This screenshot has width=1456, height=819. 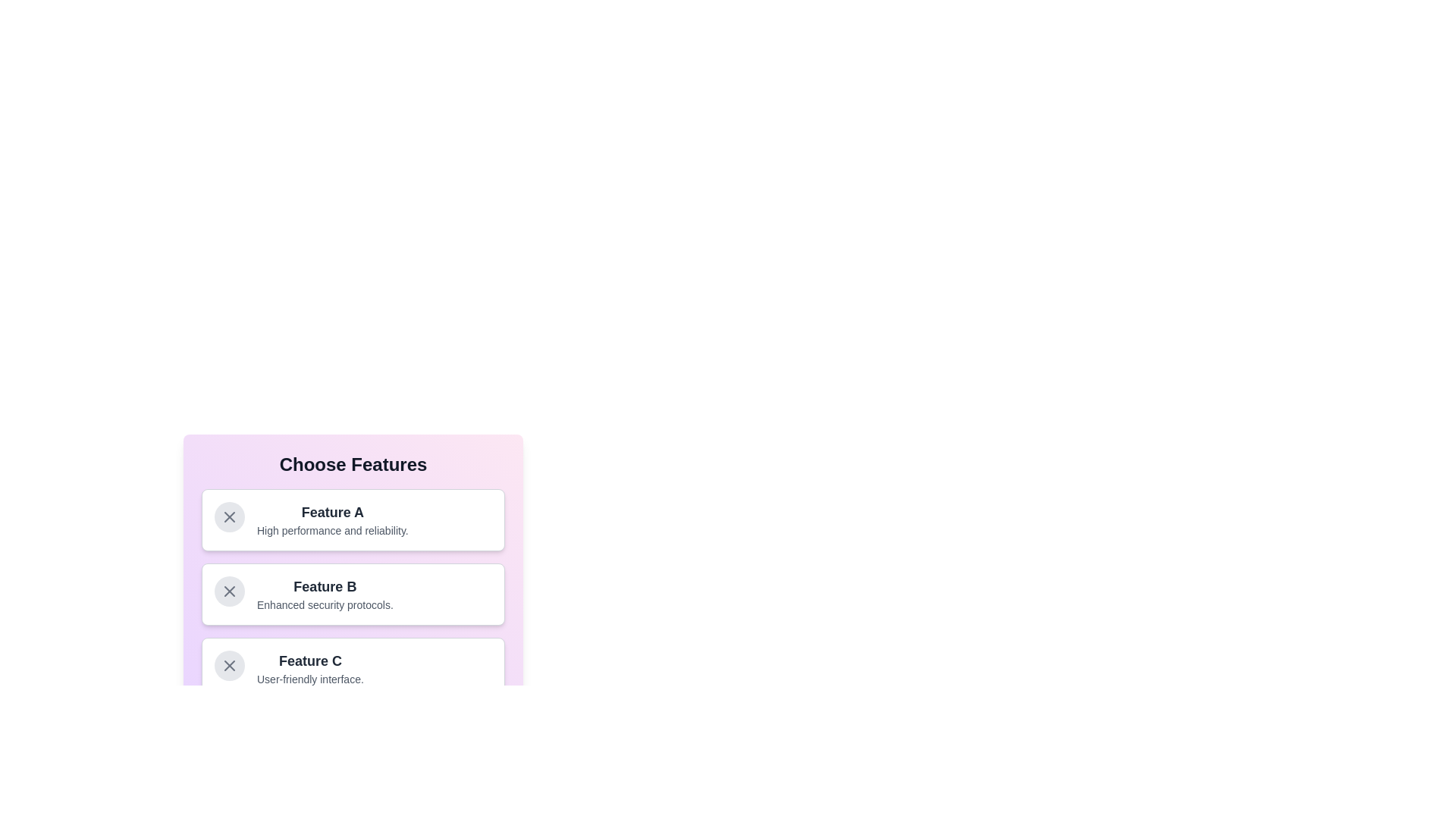 I want to click on the text block that has the title 'Feature C' and the description 'User-friendly interface.' positioned under the section labeled 'Choose Features', so click(x=309, y=668).